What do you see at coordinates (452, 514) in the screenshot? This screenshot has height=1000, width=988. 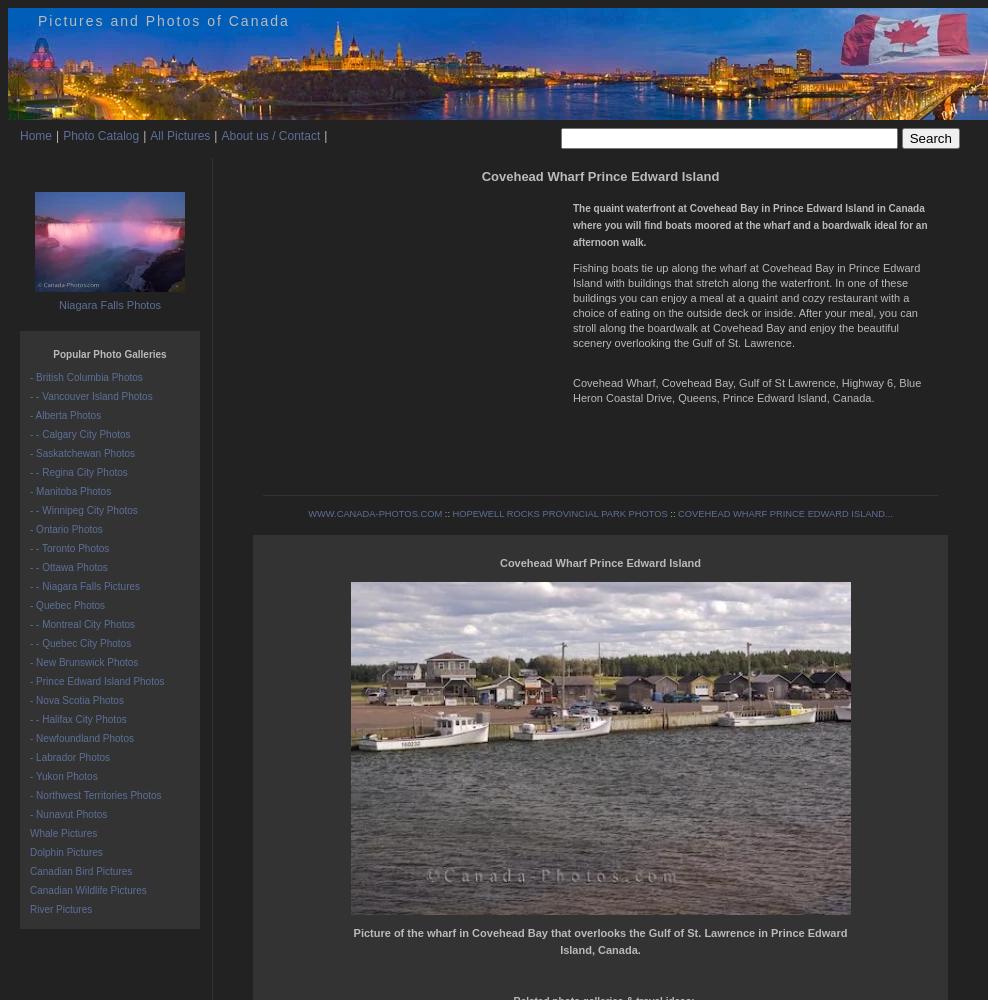 I see `'HOPEWELL ROCKS PROVINCIAL PARK PHOTOS'` at bounding box center [452, 514].